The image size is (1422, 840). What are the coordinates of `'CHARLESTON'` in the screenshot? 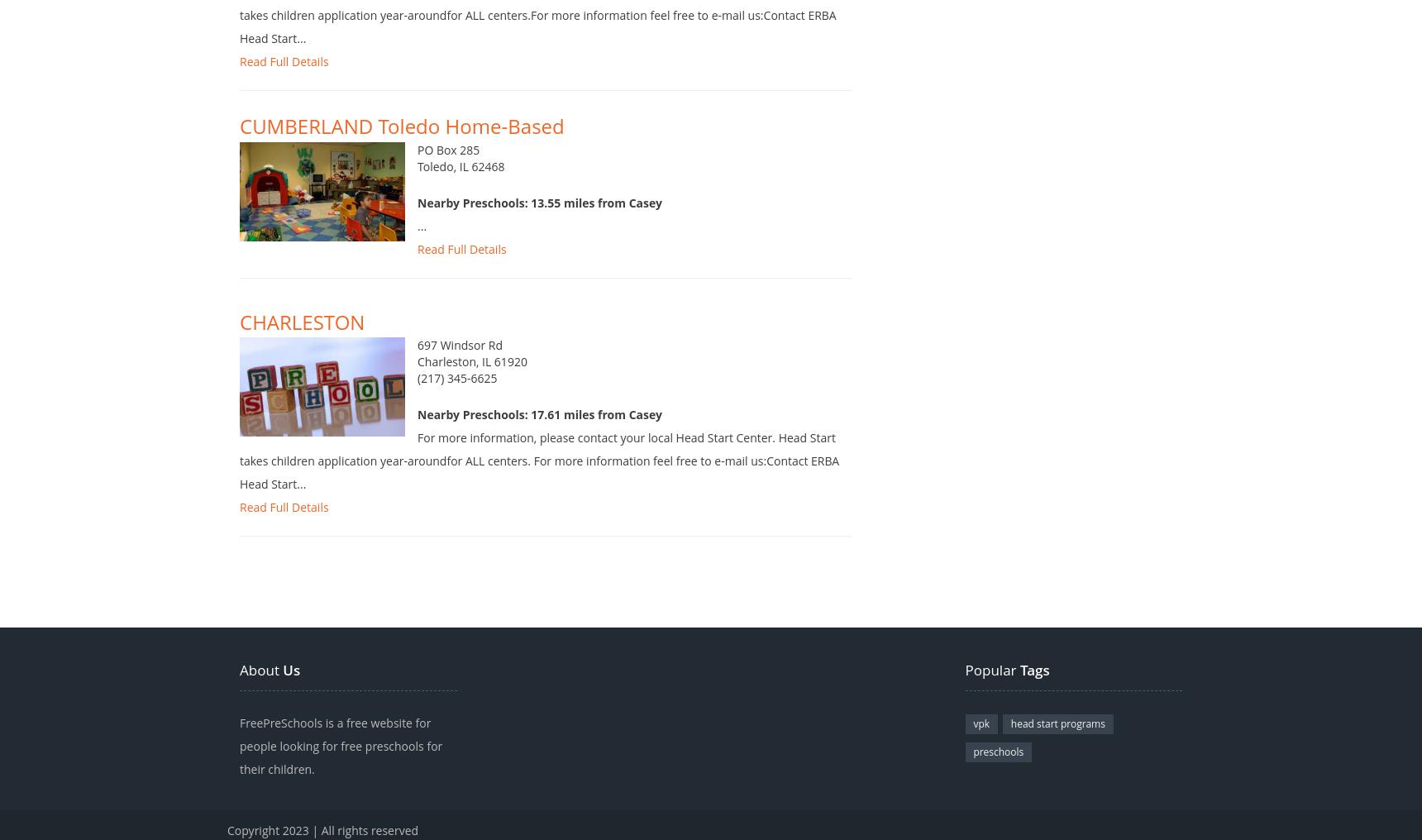 It's located at (238, 338).